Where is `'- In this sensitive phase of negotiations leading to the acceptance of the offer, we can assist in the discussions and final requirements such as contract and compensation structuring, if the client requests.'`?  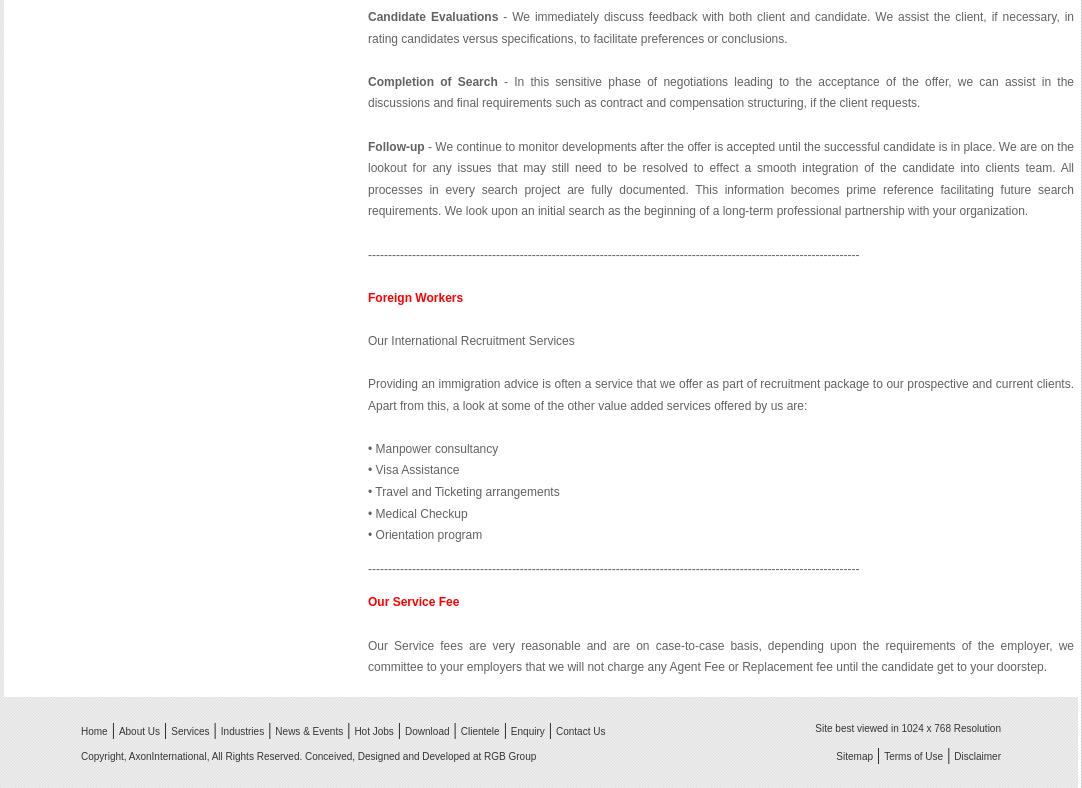
'- In this sensitive phase of negotiations leading to the acceptance of the offer, we can assist in the discussions and final requirements such as contract and compensation structuring, if the client requests.' is located at coordinates (720, 91).